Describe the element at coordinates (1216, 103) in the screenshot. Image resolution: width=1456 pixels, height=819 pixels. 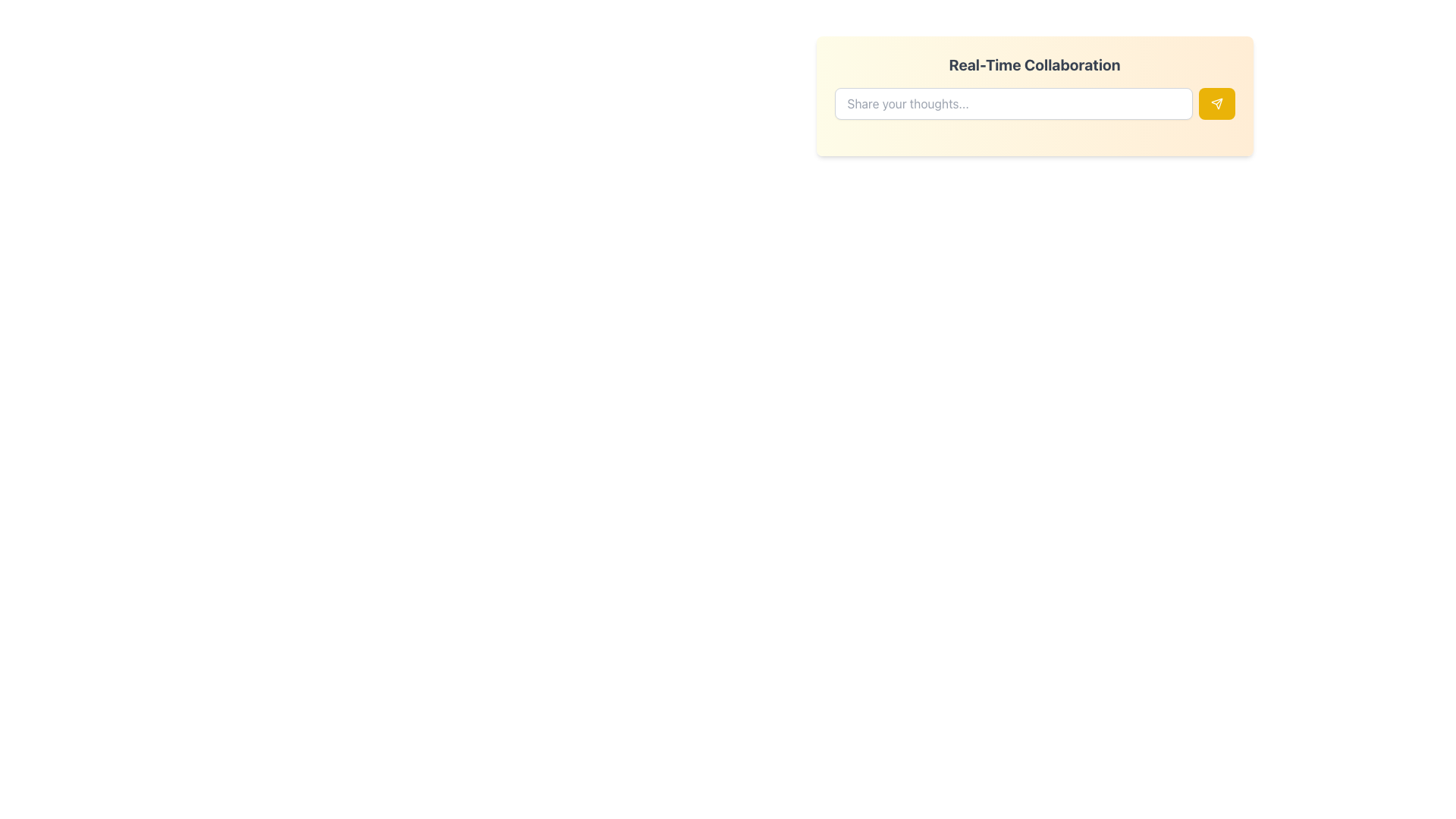
I see `the paper plane icon located at the right edge of the text input field labeled 'Real-Time Collaboration'` at that location.